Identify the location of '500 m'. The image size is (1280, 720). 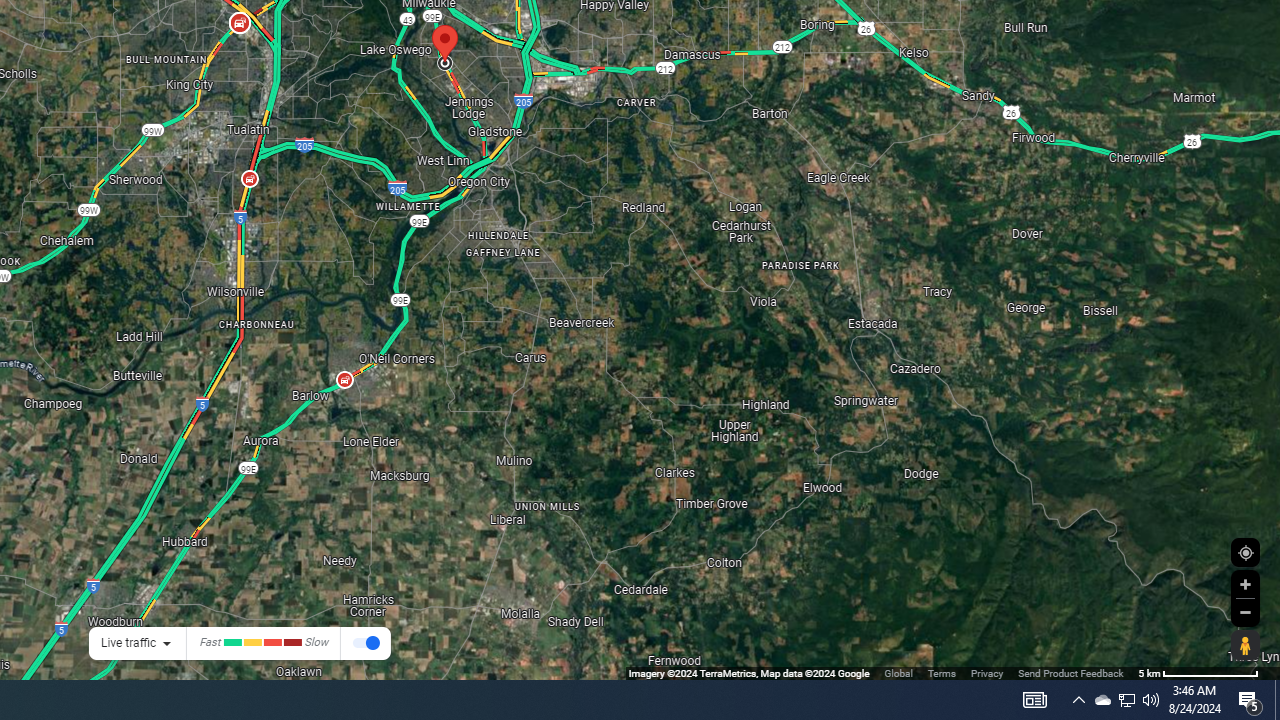
(1198, 673).